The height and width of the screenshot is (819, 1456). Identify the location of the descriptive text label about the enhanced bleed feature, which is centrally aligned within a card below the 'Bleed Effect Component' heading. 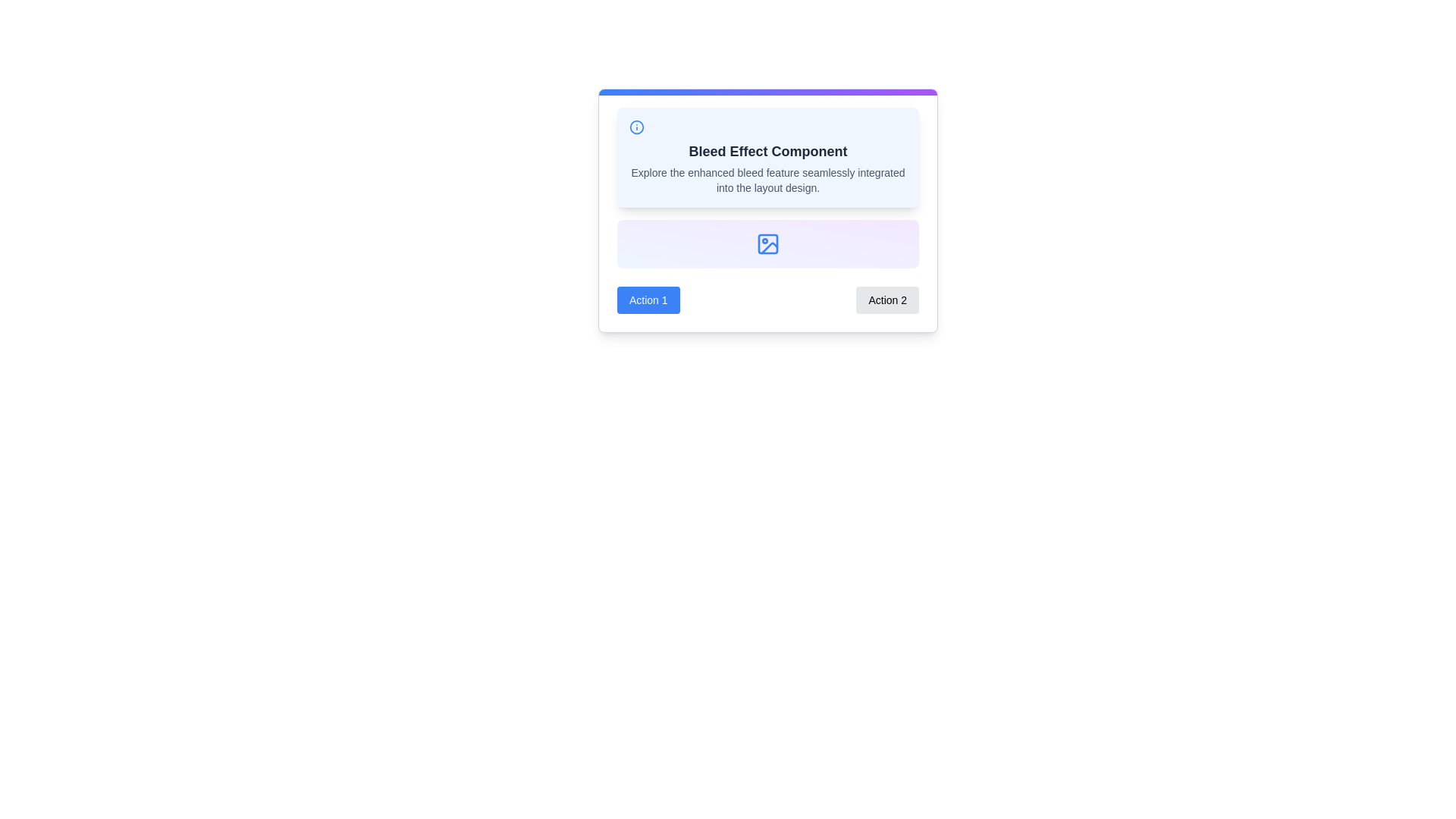
(767, 180).